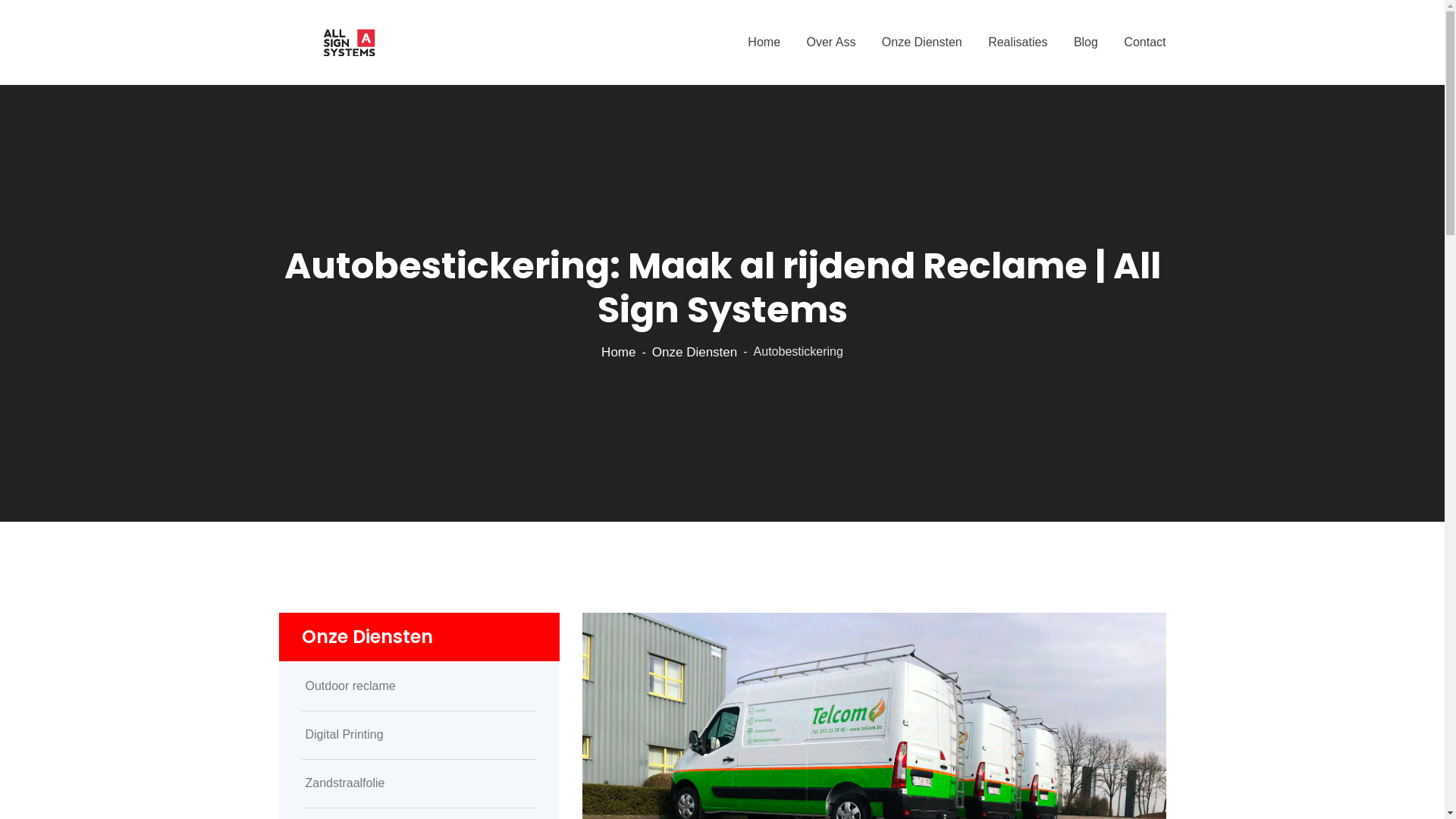  Describe the element at coordinates (419, 783) in the screenshot. I see `'Zandstraalfolie'` at that location.